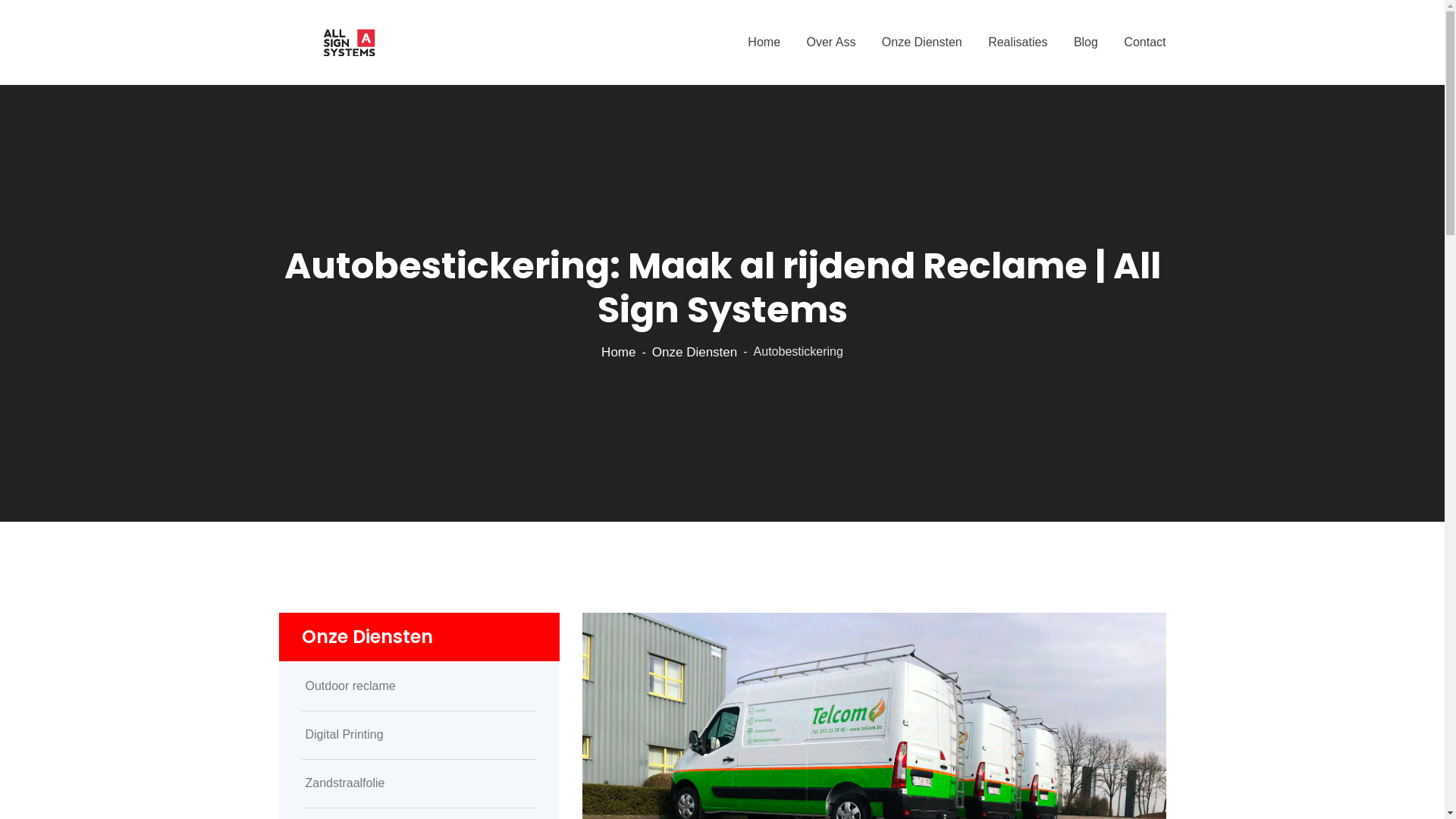  Describe the element at coordinates (419, 783) in the screenshot. I see `'Zandstraalfolie'` at that location.